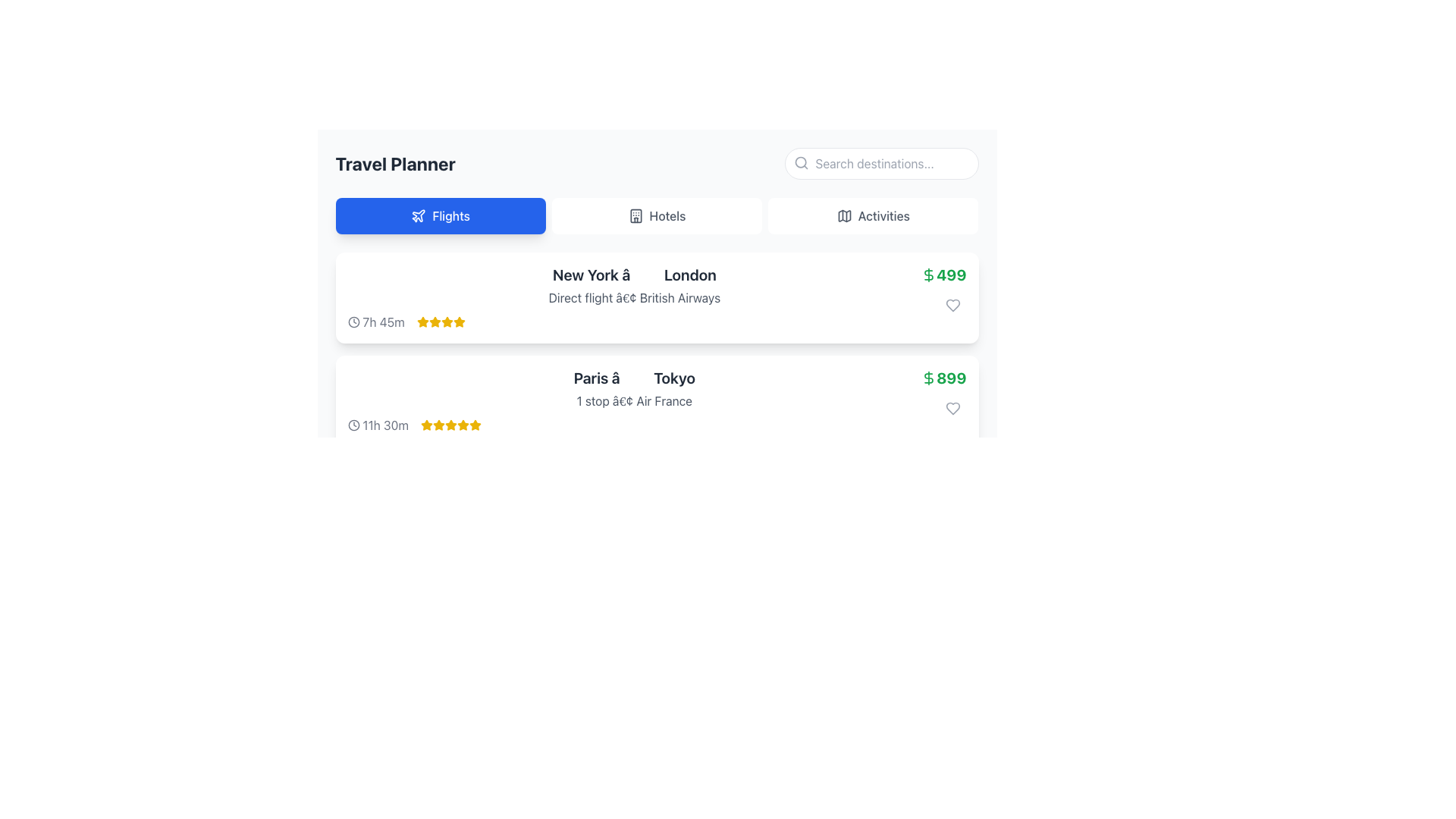 The width and height of the screenshot is (1456, 819). What do you see at coordinates (395, 164) in the screenshot?
I see `the title 'Travel Planner', which is the main heading of the interface located at the top-left side` at bounding box center [395, 164].